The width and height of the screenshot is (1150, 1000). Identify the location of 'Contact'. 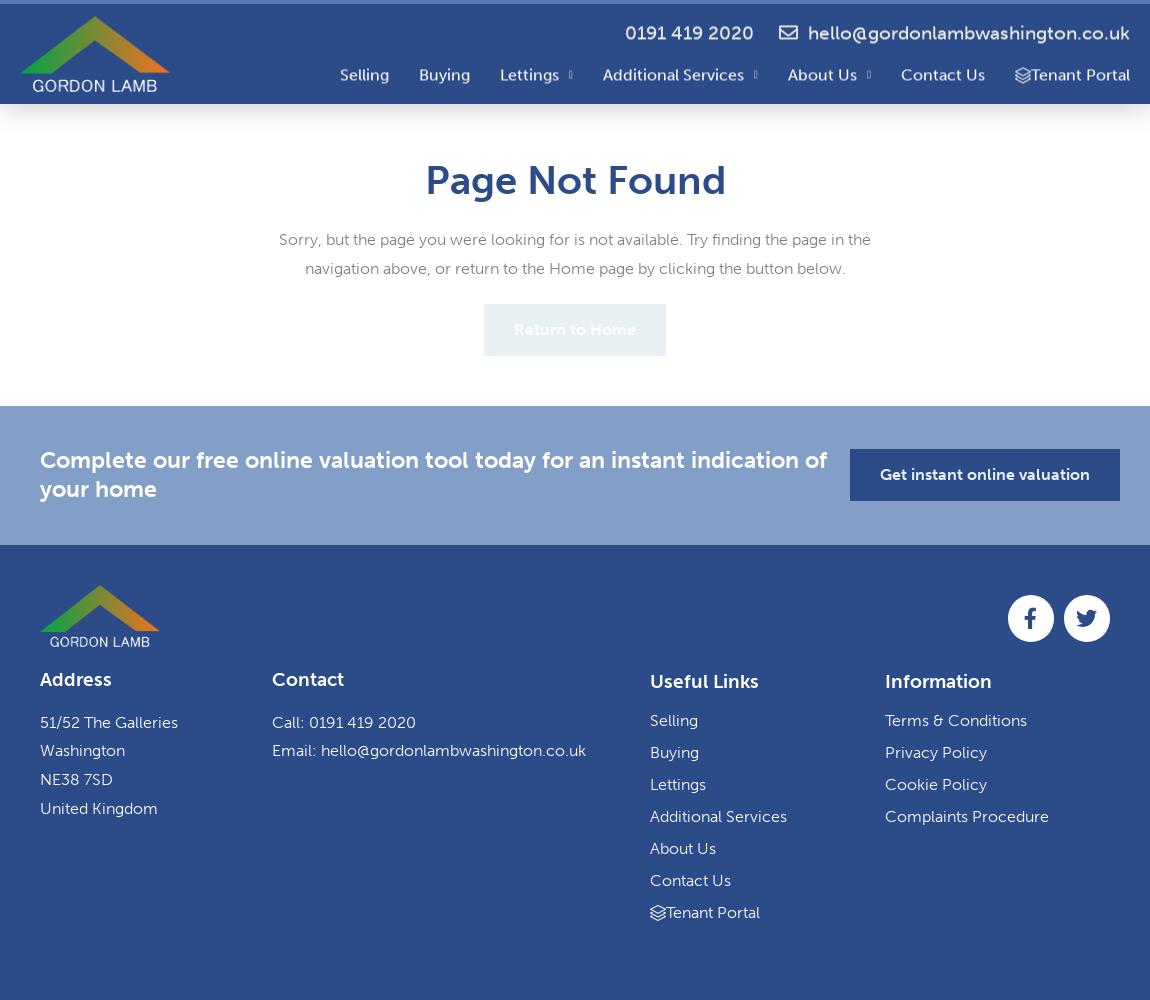
(270, 678).